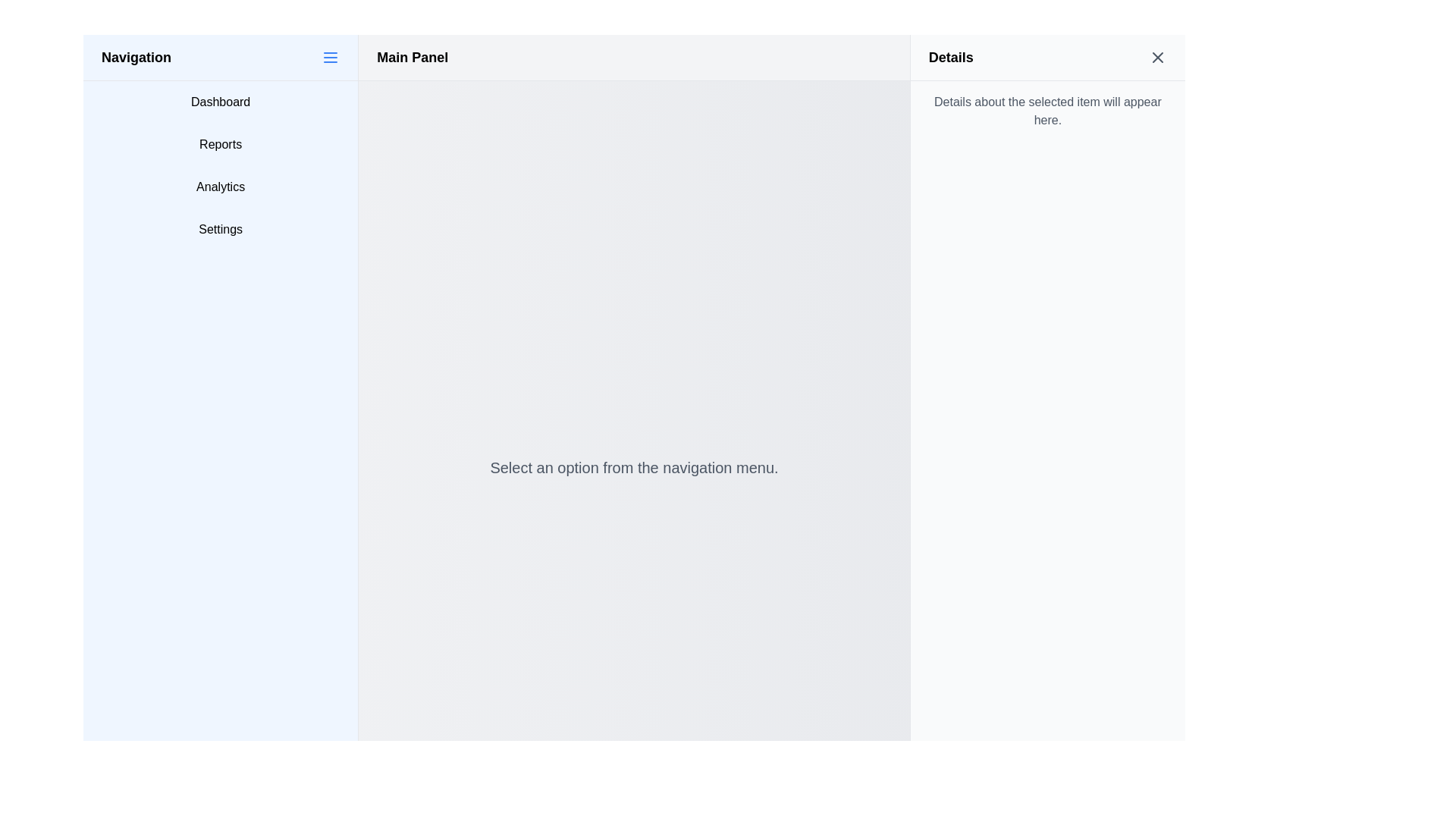  Describe the element at coordinates (1156, 57) in the screenshot. I see `the 'X' icon in the header of the 'Details' section` at that location.